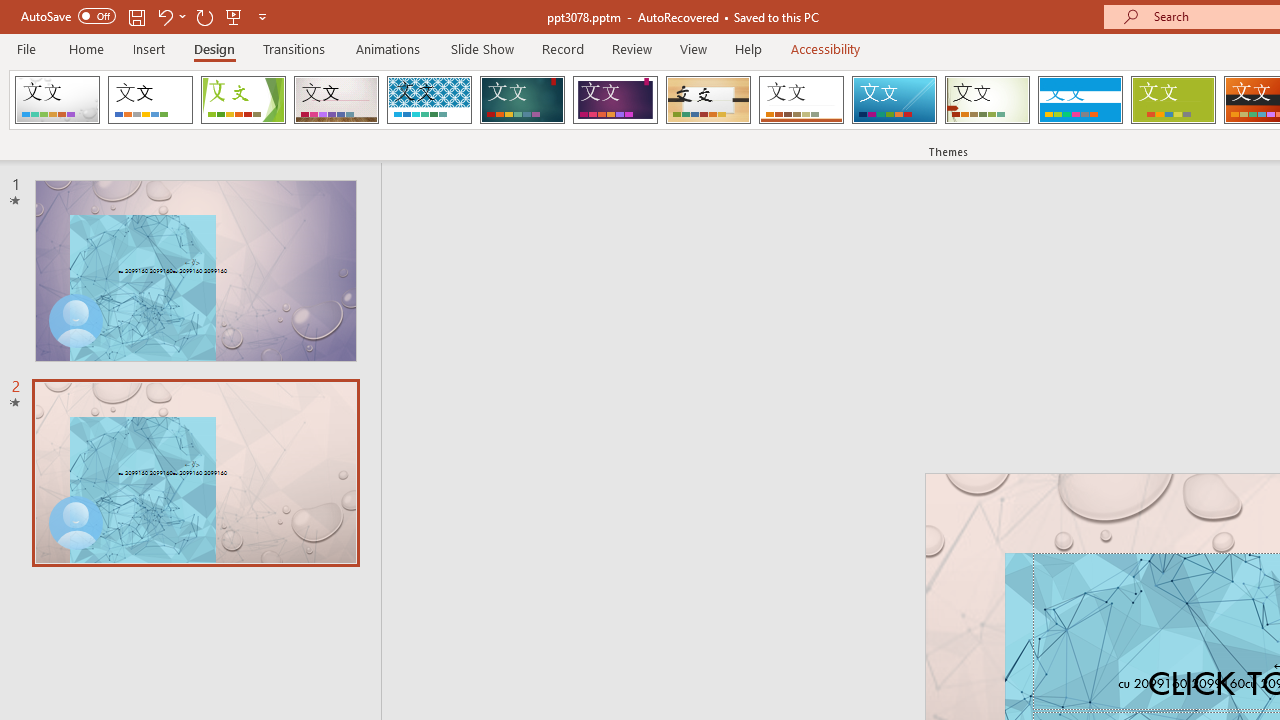 This screenshot has height=720, width=1280. What do you see at coordinates (336, 100) in the screenshot?
I see `'Gallery'` at bounding box center [336, 100].